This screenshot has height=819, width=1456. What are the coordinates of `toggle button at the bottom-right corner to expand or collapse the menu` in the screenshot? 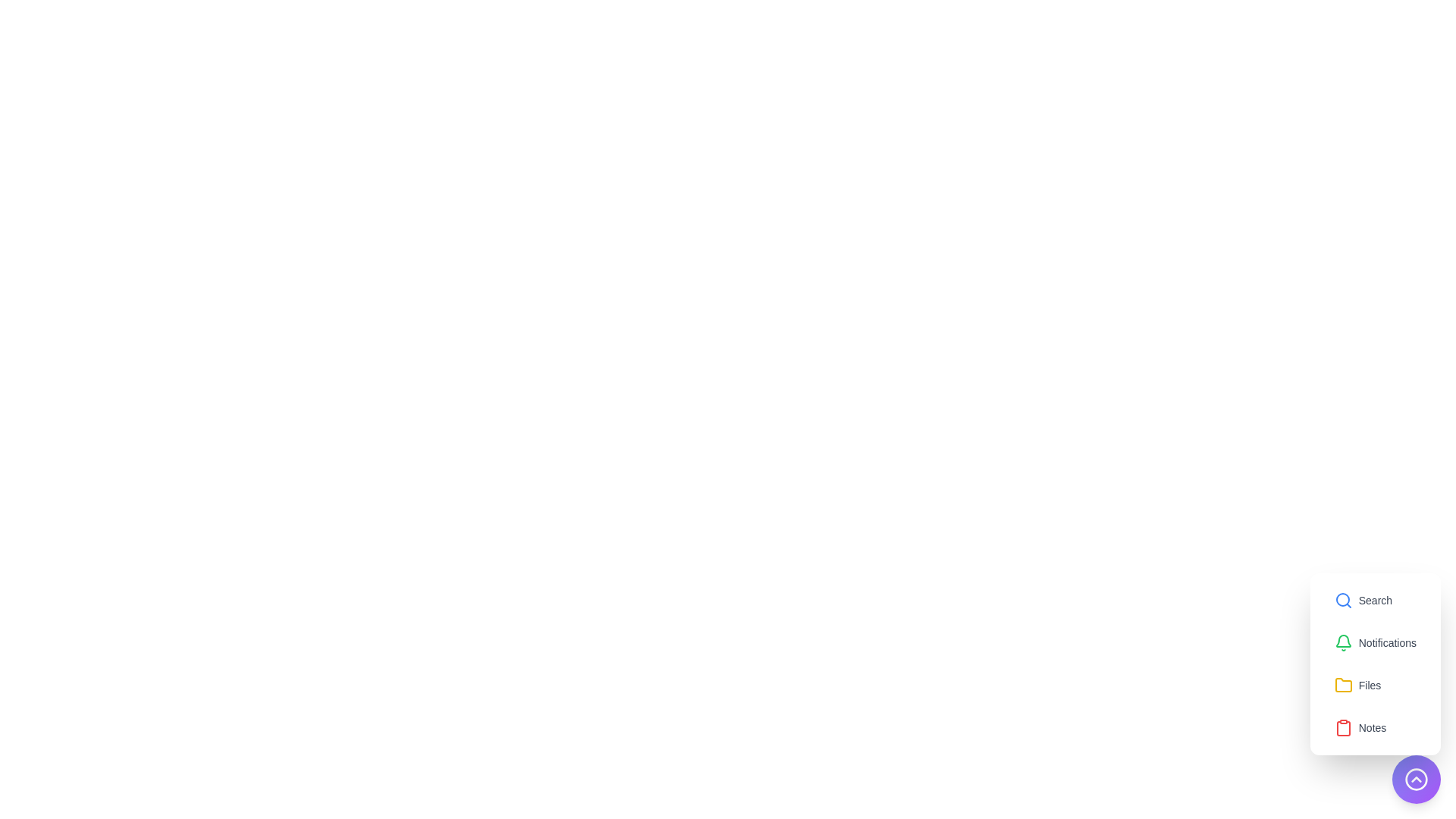 It's located at (1415, 780).